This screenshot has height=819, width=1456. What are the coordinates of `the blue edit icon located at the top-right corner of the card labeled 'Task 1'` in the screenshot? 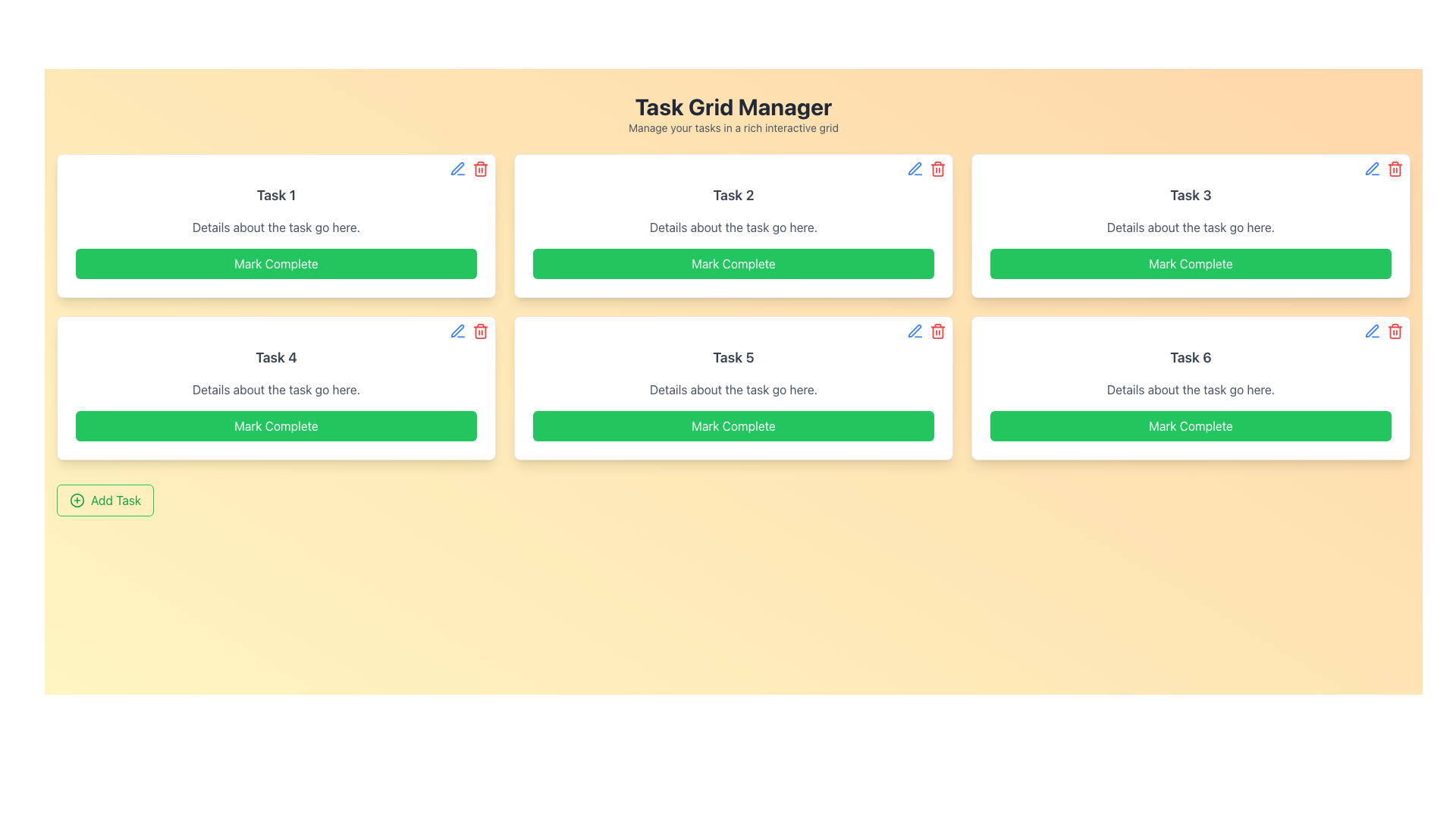 It's located at (469, 169).